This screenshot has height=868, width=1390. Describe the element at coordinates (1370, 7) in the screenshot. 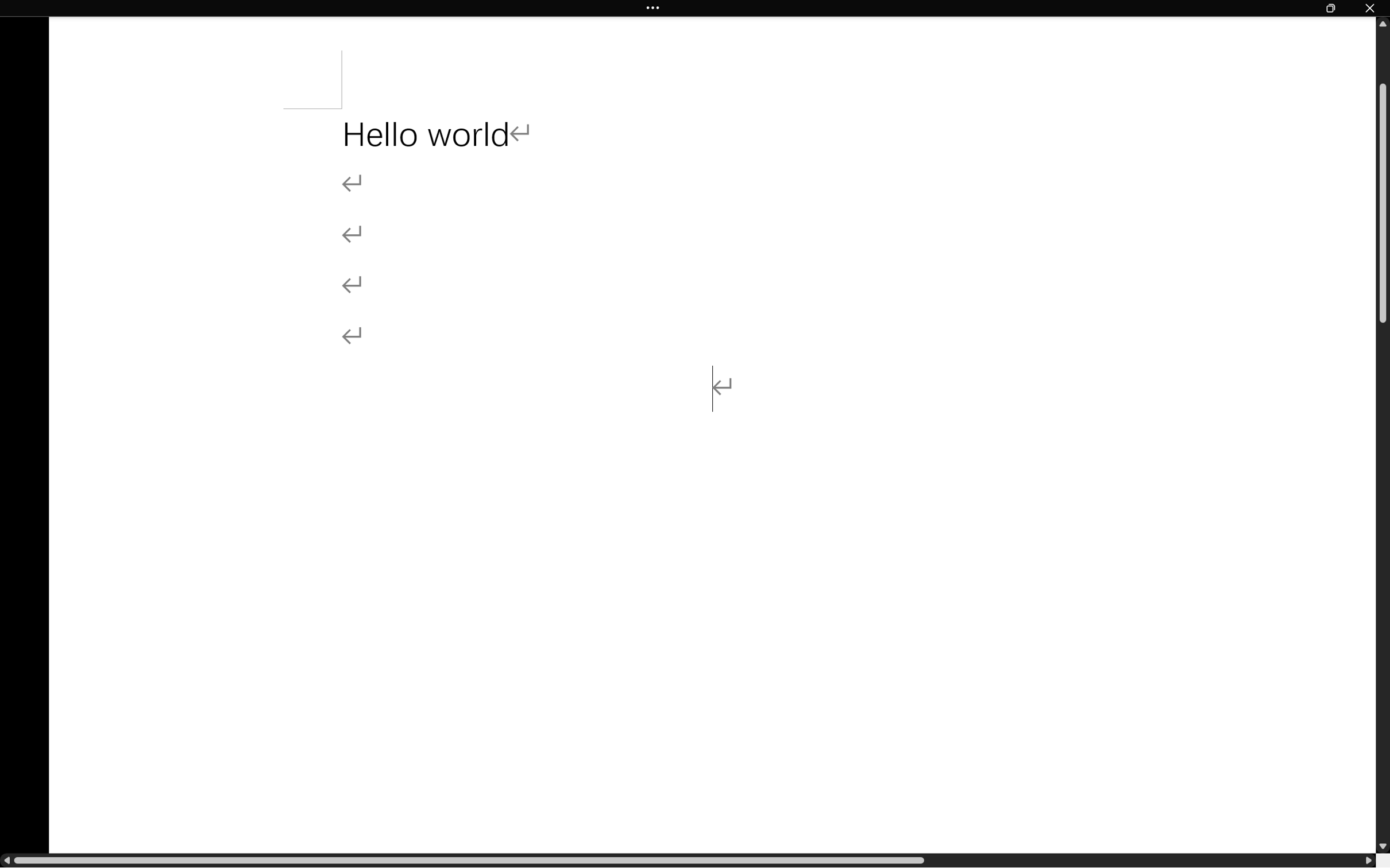

I see `'Close'` at that location.